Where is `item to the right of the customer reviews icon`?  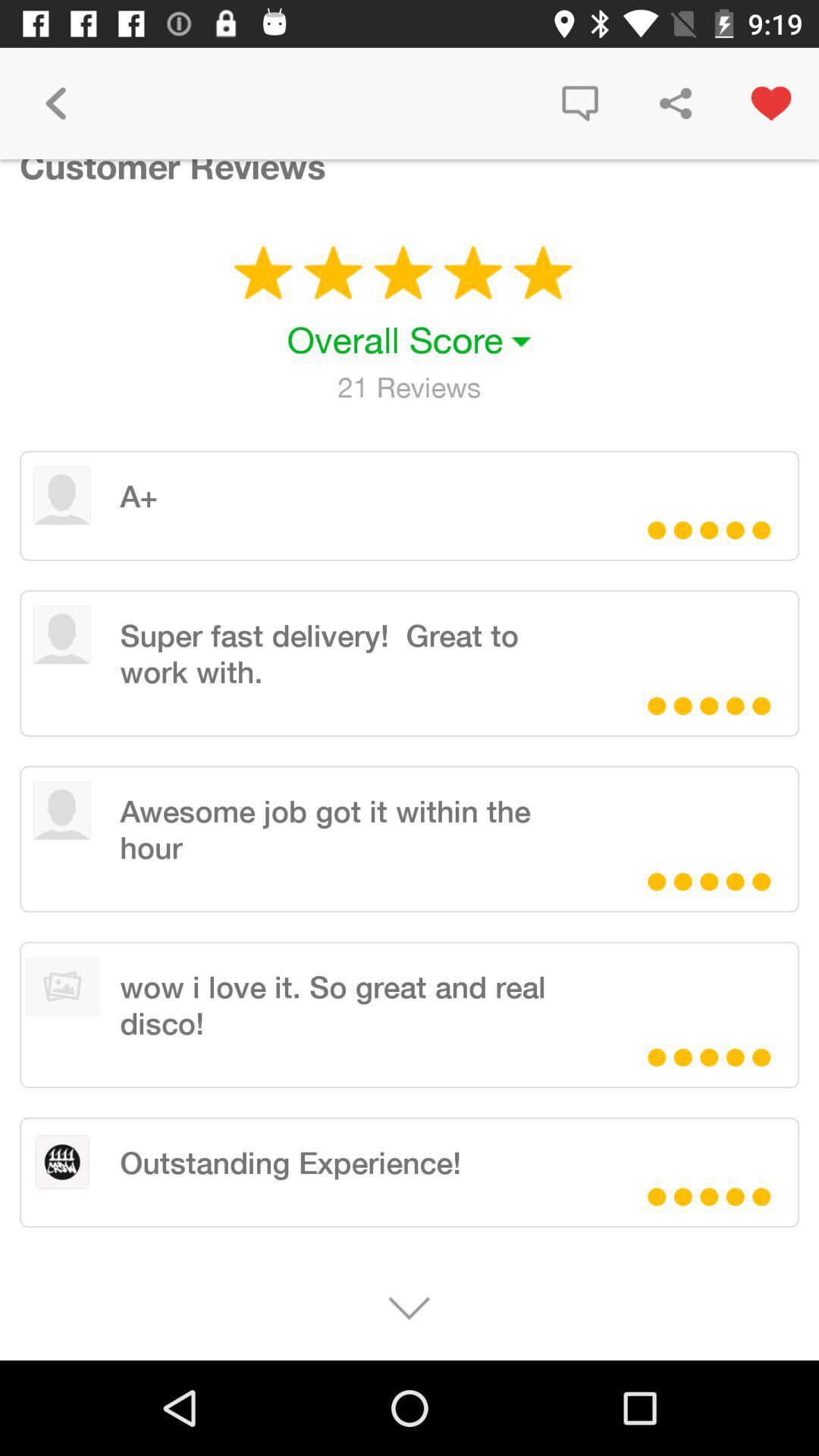
item to the right of the customer reviews icon is located at coordinates (579, 102).